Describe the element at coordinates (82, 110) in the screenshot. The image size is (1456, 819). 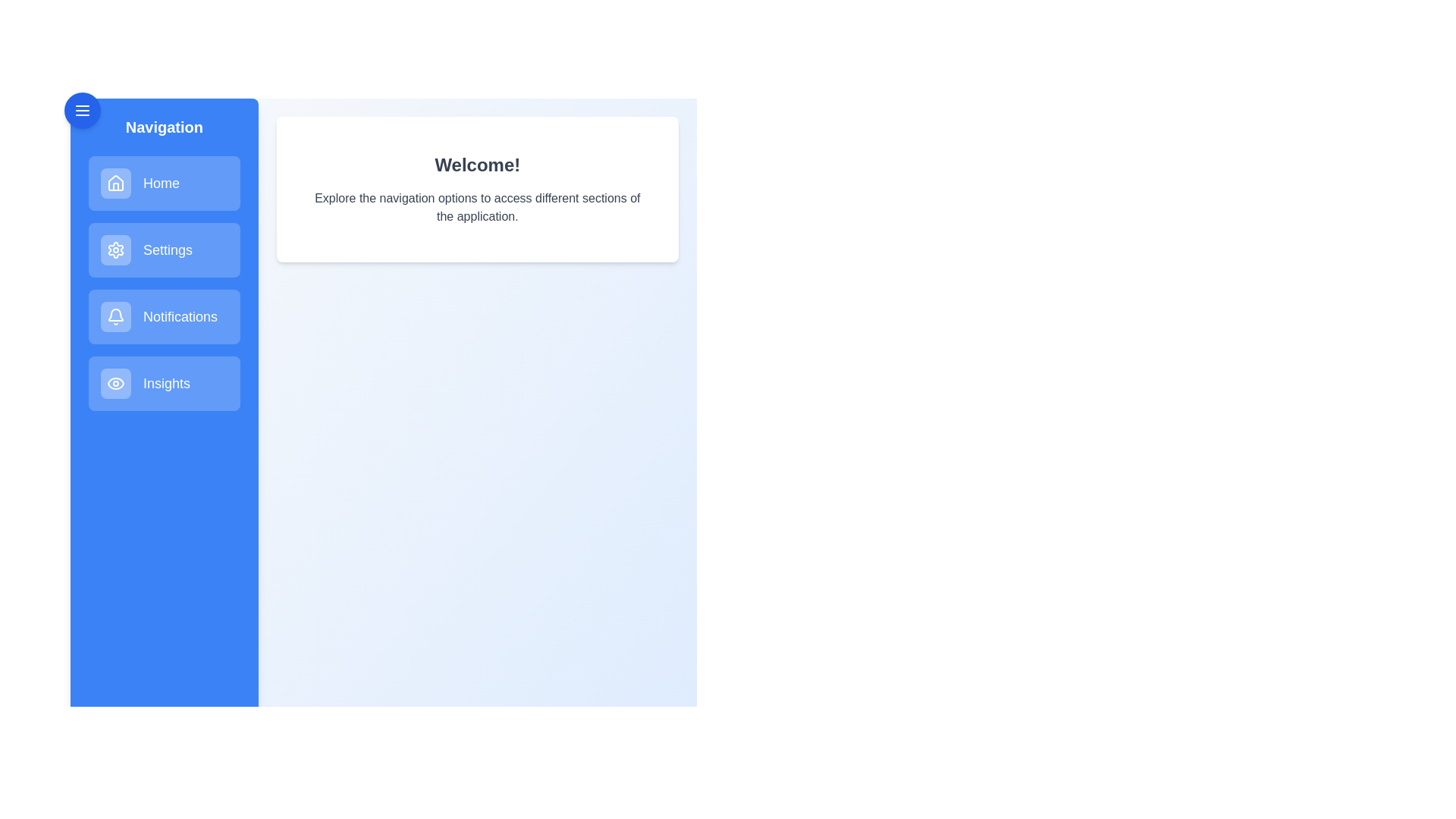
I see `the drawer toggle button to toggle the drawer visibility` at that location.